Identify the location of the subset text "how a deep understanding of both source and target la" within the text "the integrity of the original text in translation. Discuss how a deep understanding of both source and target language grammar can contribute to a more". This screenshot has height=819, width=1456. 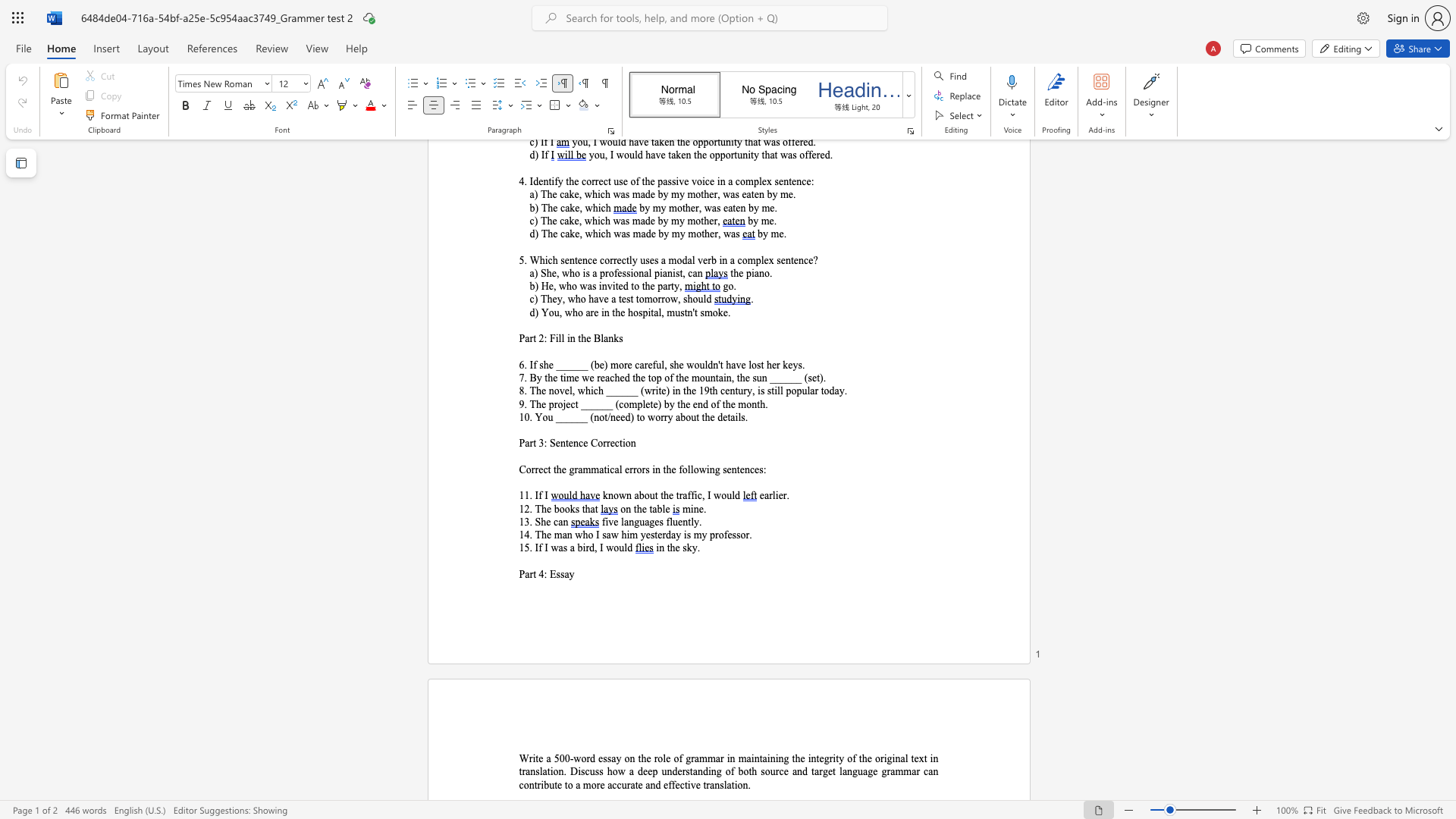
(607, 771).